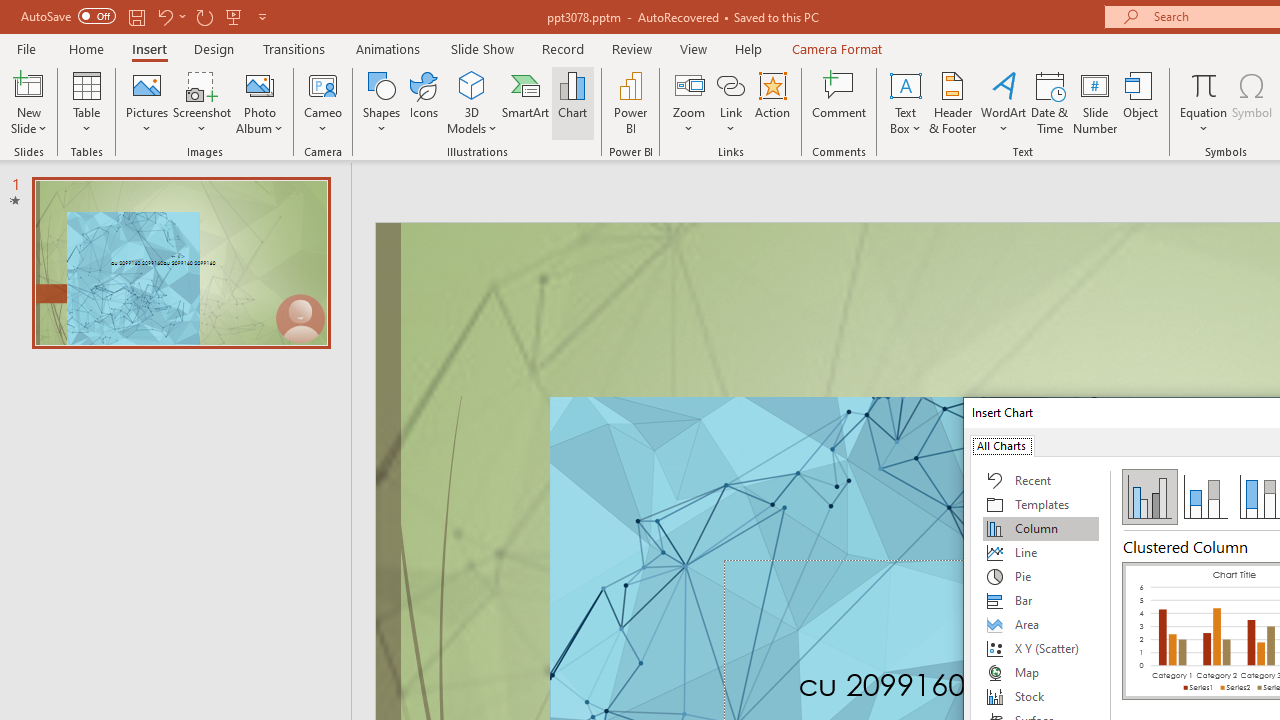 This screenshot has height=720, width=1280. Describe the element at coordinates (471, 84) in the screenshot. I see `'3D Models'` at that location.